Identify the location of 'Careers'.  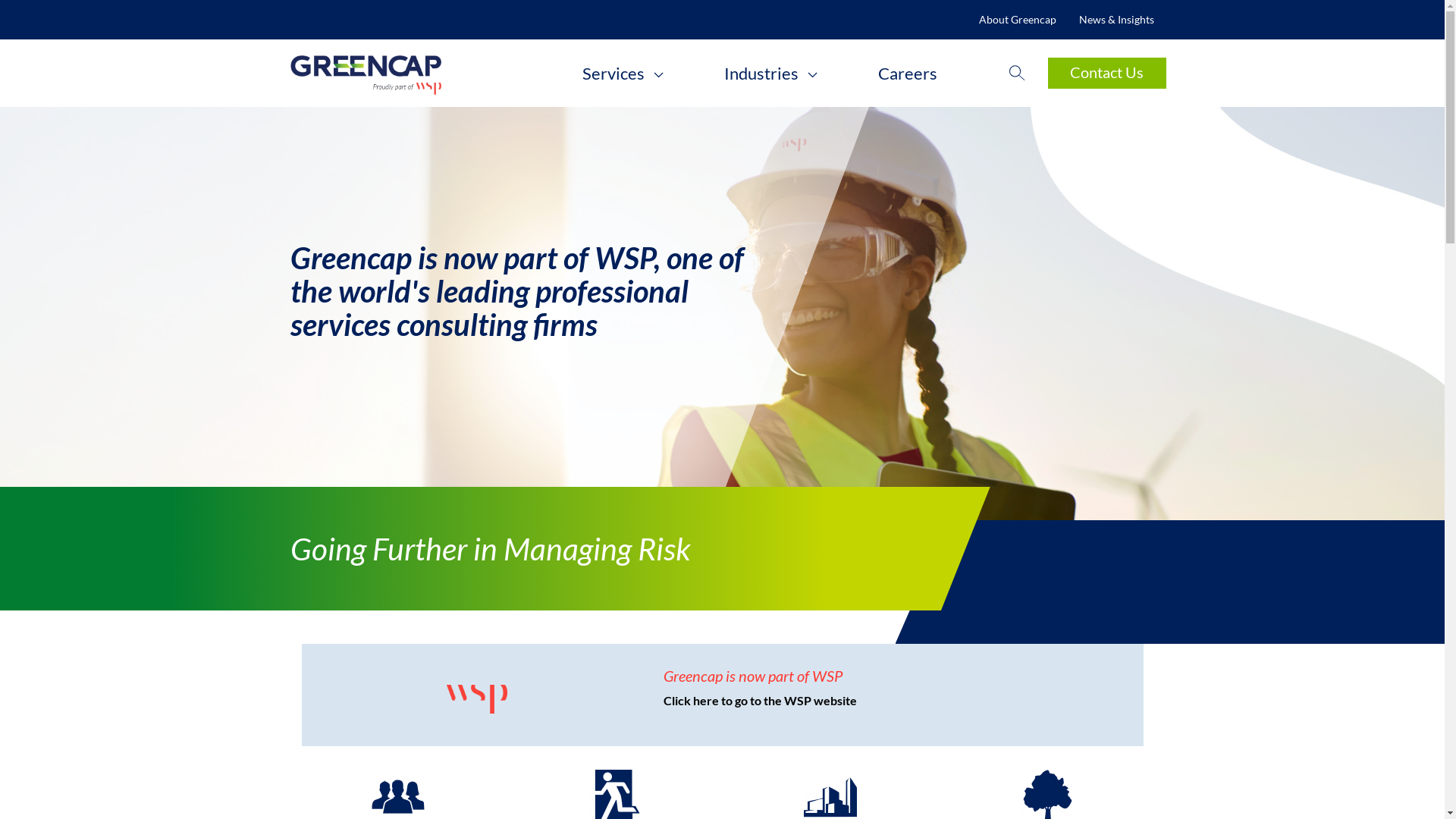
(907, 73).